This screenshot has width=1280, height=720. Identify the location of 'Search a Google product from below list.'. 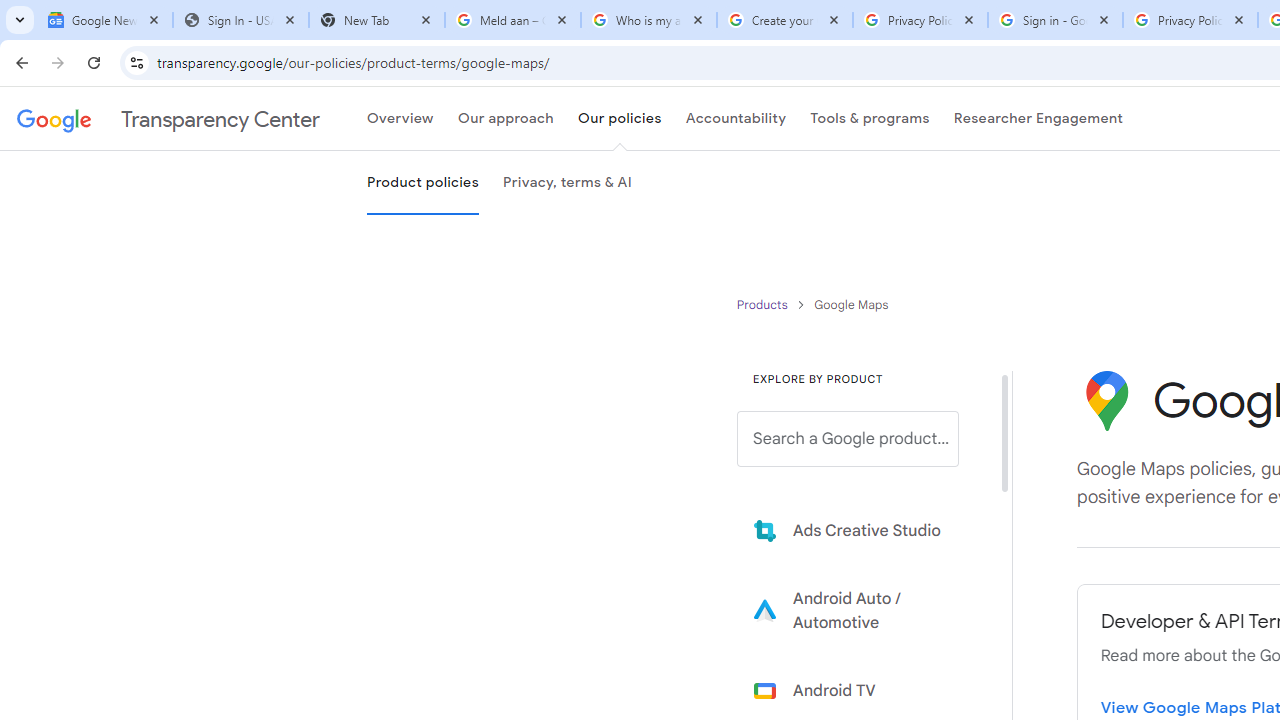
(848, 438).